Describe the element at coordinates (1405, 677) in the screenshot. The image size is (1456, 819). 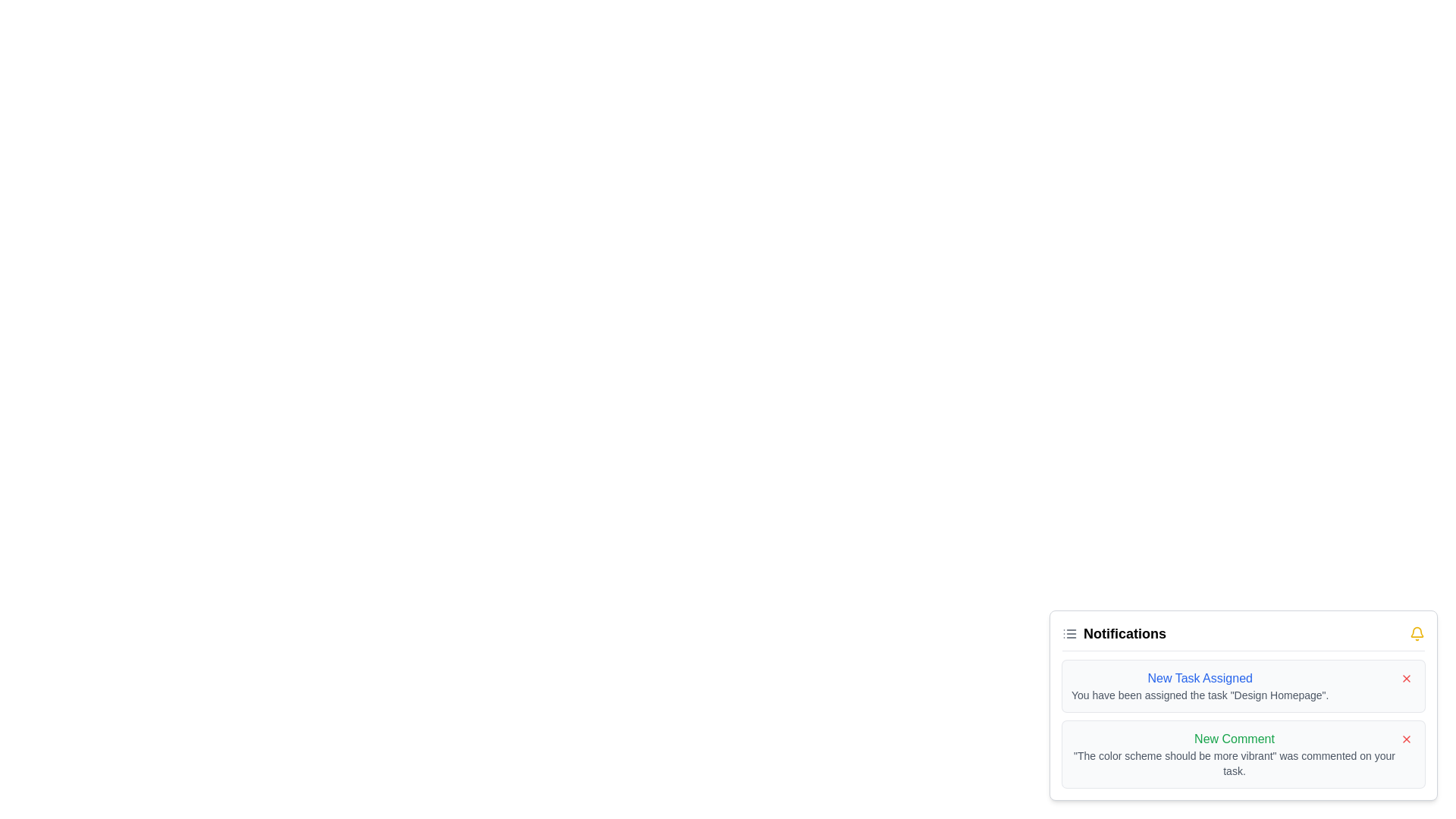
I see `the dismiss button located at the top-right corner of the notification panel for the 'New Task Assigned' task` at that location.